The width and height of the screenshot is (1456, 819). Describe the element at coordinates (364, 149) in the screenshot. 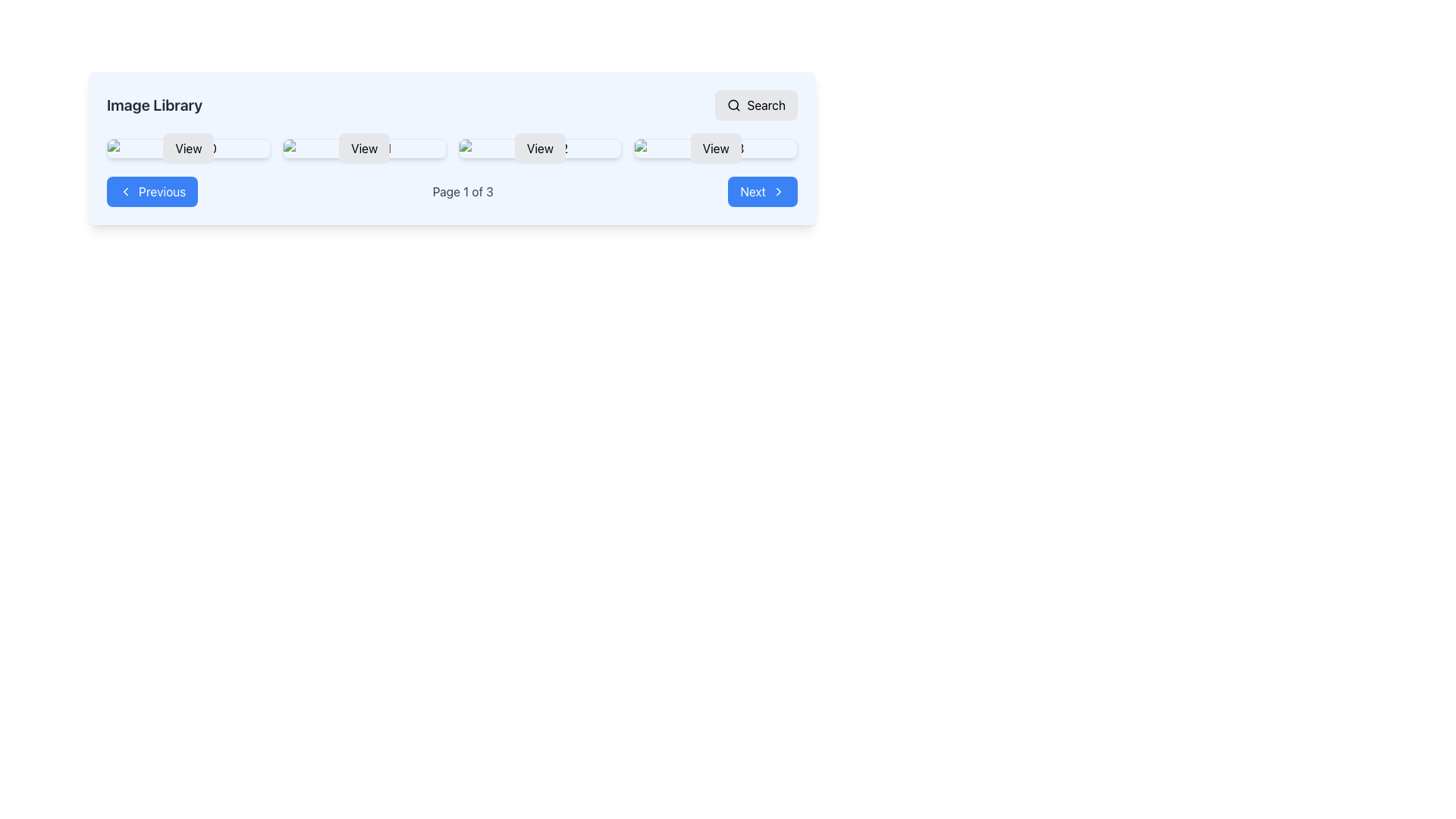

I see `the 'View' button, which is a rectangular button with a light gray background and rounded edges, to activate its hover style` at that location.